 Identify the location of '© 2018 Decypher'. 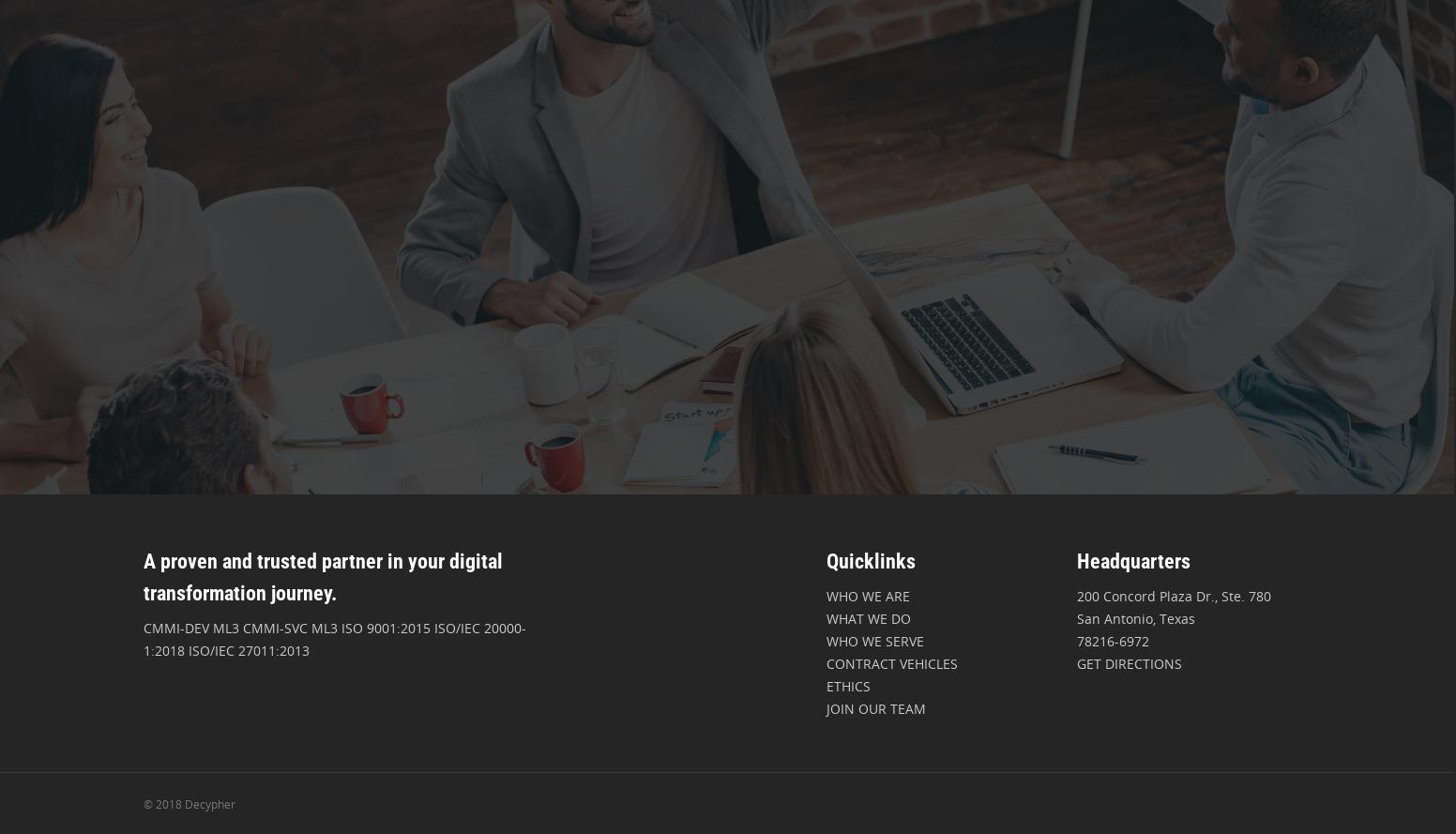
(188, 803).